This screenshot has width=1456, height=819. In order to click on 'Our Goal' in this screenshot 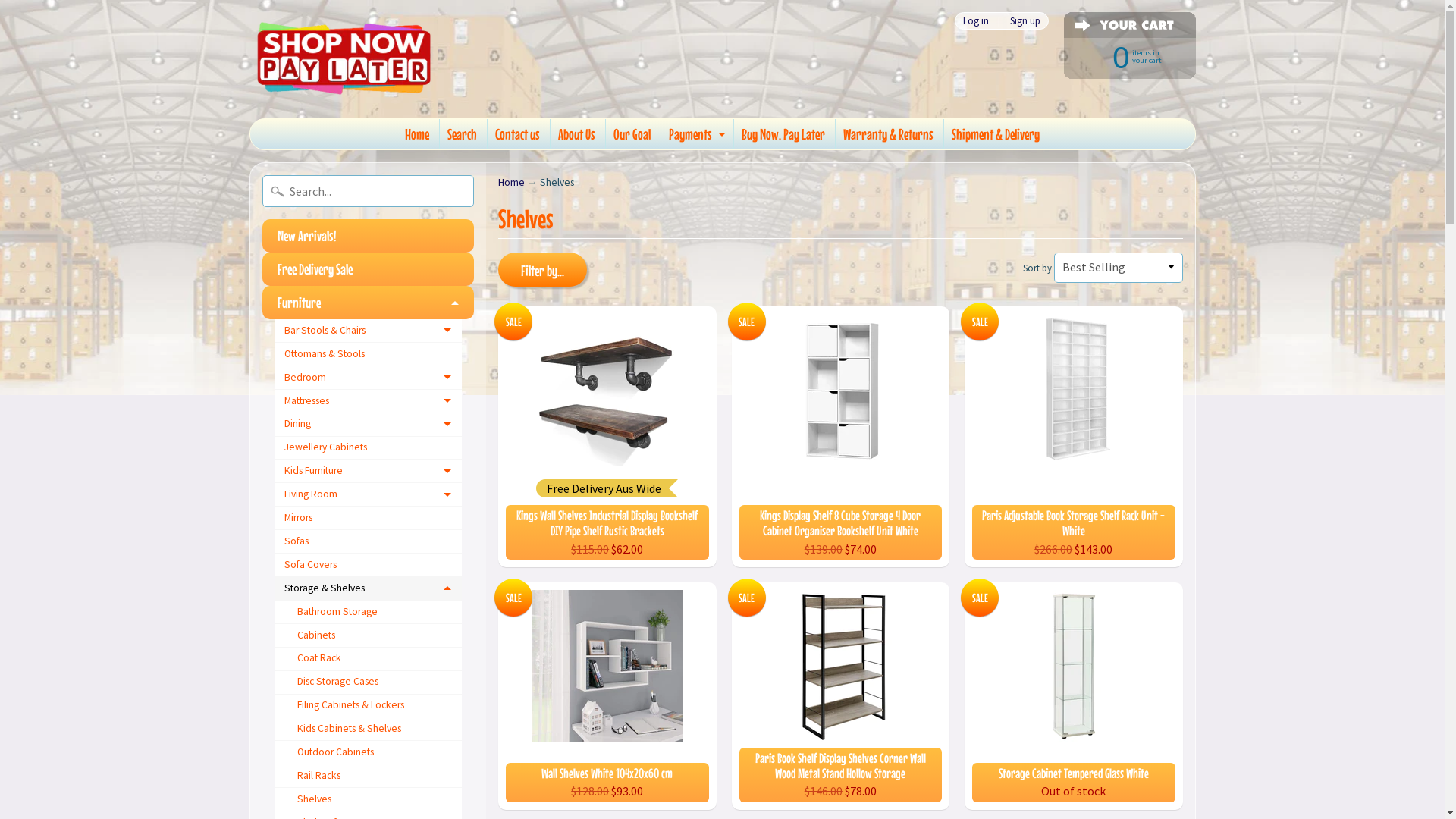, I will do `click(604, 133)`.